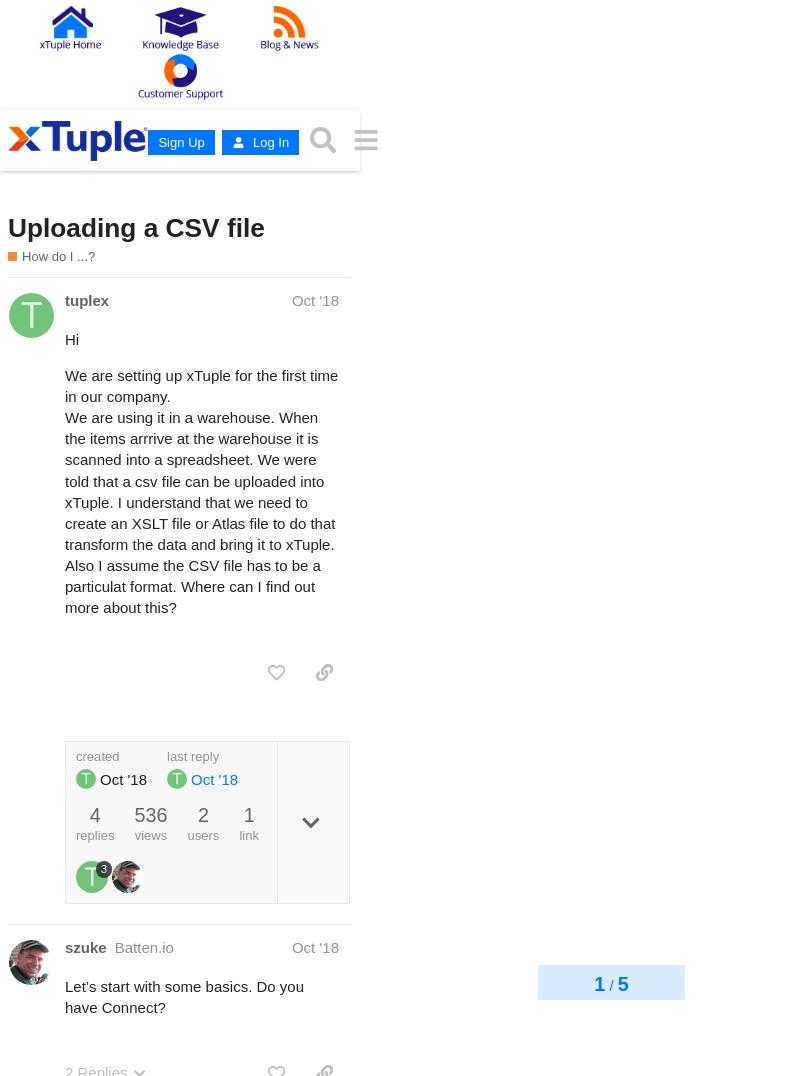 The height and width of the screenshot is (1076, 810). Describe the element at coordinates (135, 227) in the screenshot. I see `'Uploading a CSV file'` at that location.